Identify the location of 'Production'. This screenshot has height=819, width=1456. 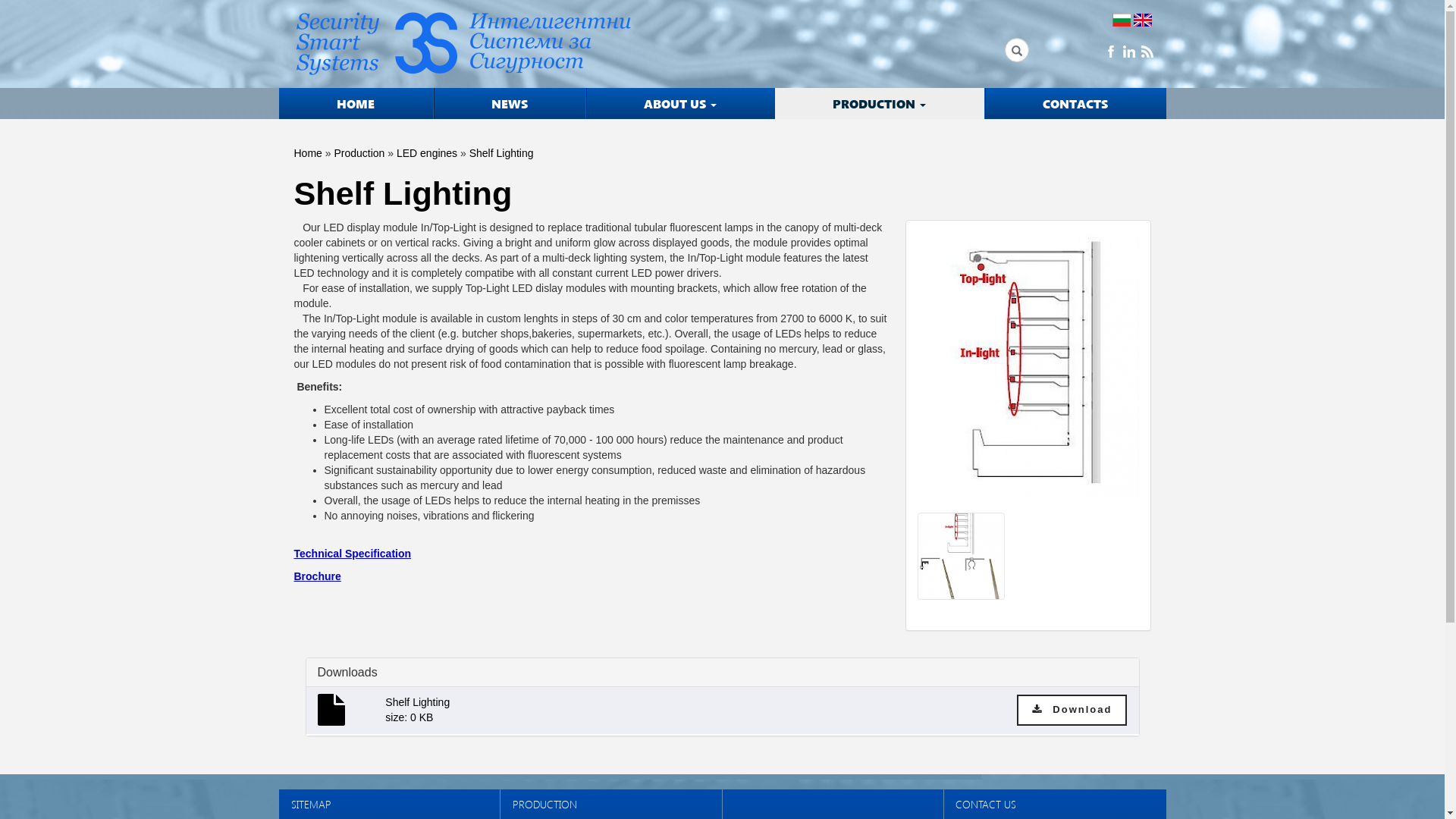
(358, 152).